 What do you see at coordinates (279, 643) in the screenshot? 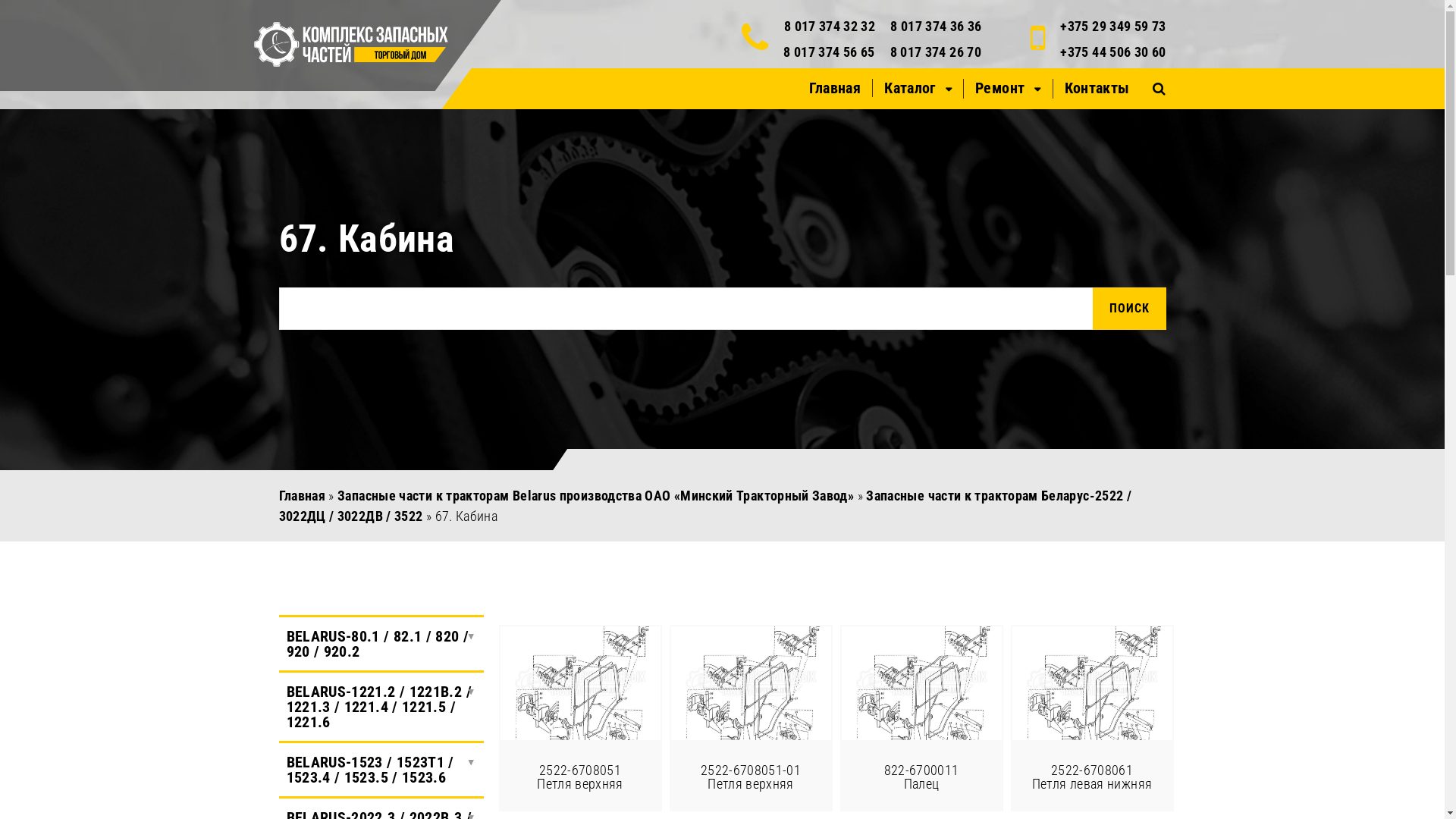
I see `'BELARUS-80.1 / 82.1 / 820 / 920 / 920.2'` at bounding box center [279, 643].